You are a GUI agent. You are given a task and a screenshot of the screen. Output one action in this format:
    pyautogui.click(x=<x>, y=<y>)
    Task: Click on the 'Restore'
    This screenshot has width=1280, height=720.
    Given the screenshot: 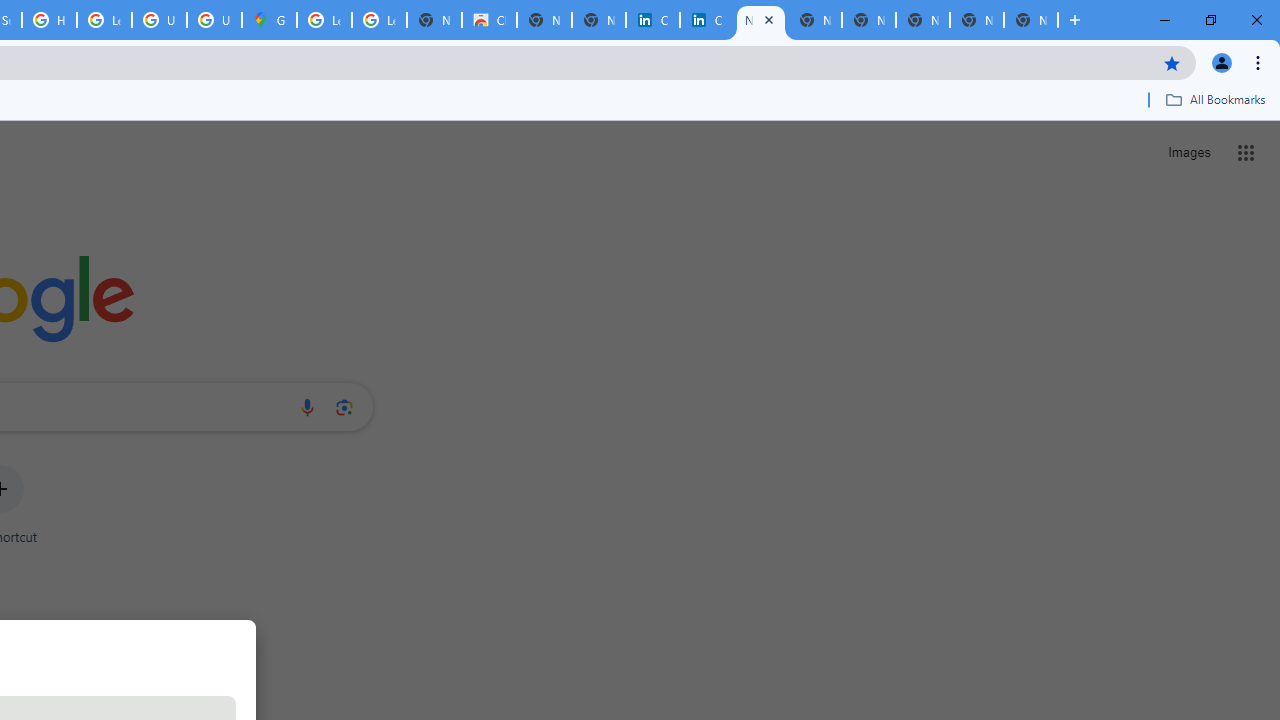 What is the action you would take?
    pyautogui.click(x=1209, y=20)
    